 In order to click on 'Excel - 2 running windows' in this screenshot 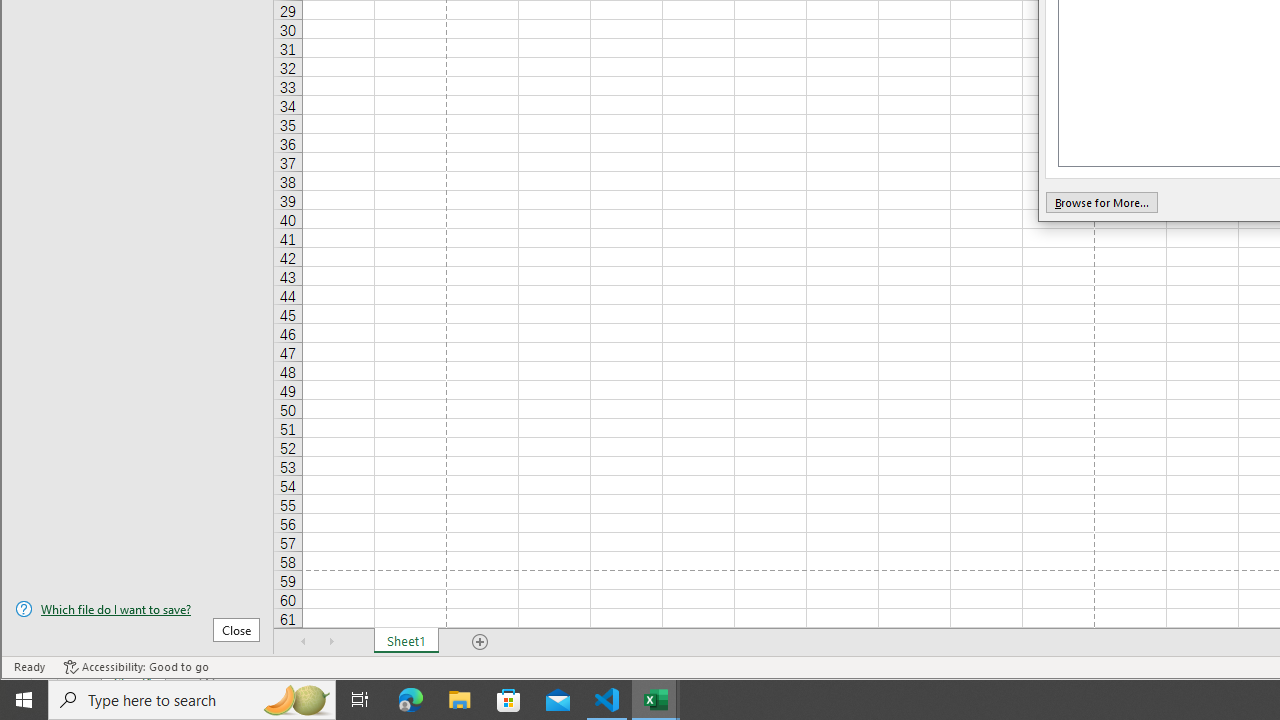, I will do `click(656, 698)`.